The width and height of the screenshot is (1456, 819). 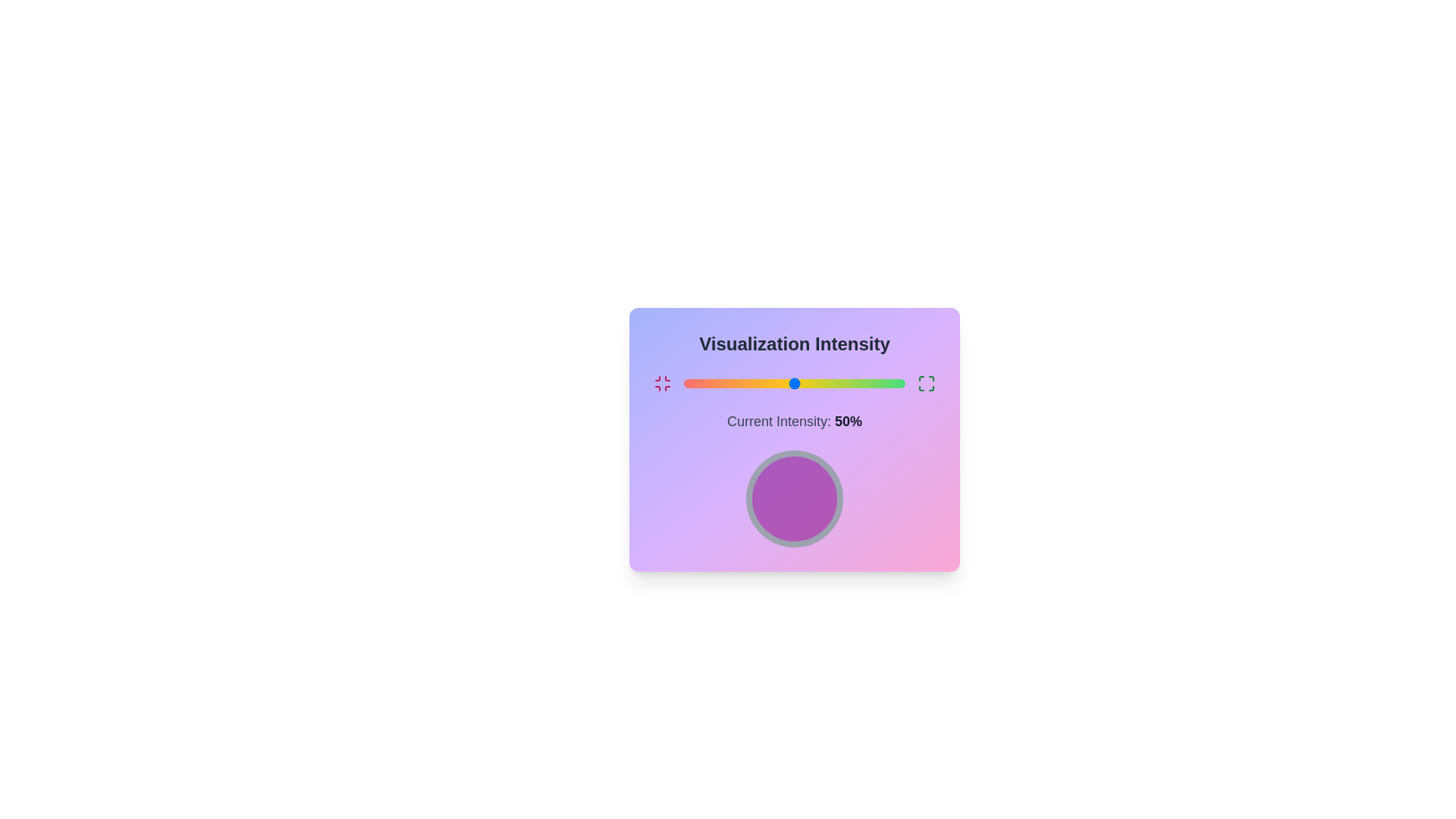 What do you see at coordinates (818, 382) in the screenshot?
I see `the slider to set the intensity to 61%` at bounding box center [818, 382].